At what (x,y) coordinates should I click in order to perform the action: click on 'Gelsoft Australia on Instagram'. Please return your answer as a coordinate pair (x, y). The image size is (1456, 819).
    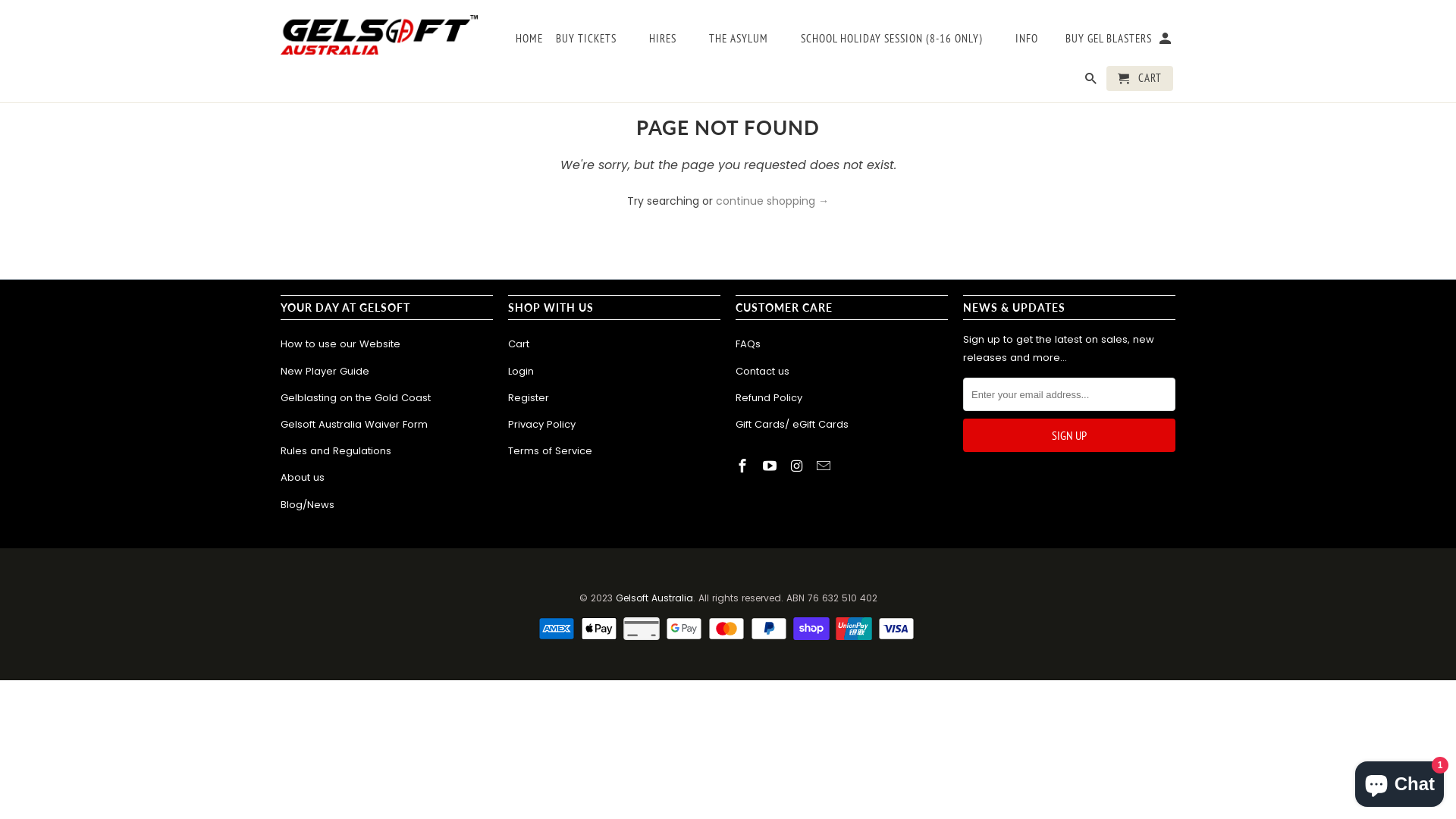
    Looking at the image, I should click on (789, 465).